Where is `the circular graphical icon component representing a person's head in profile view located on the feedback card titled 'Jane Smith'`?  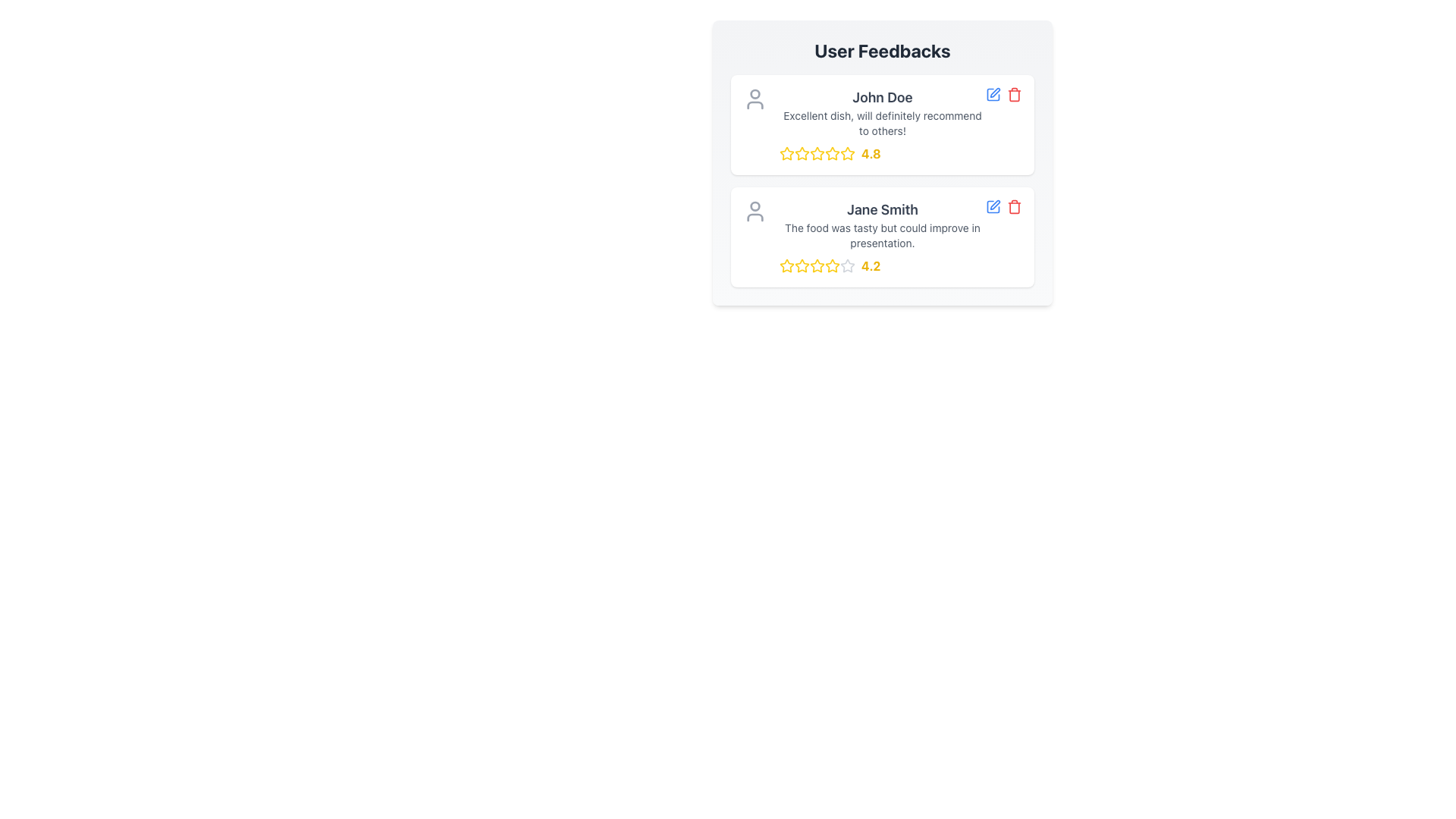 the circular graphical icon component representing a person's head in profile view located on the feedback card titled 'Jane Smith' is located at coordinates (755, 206).